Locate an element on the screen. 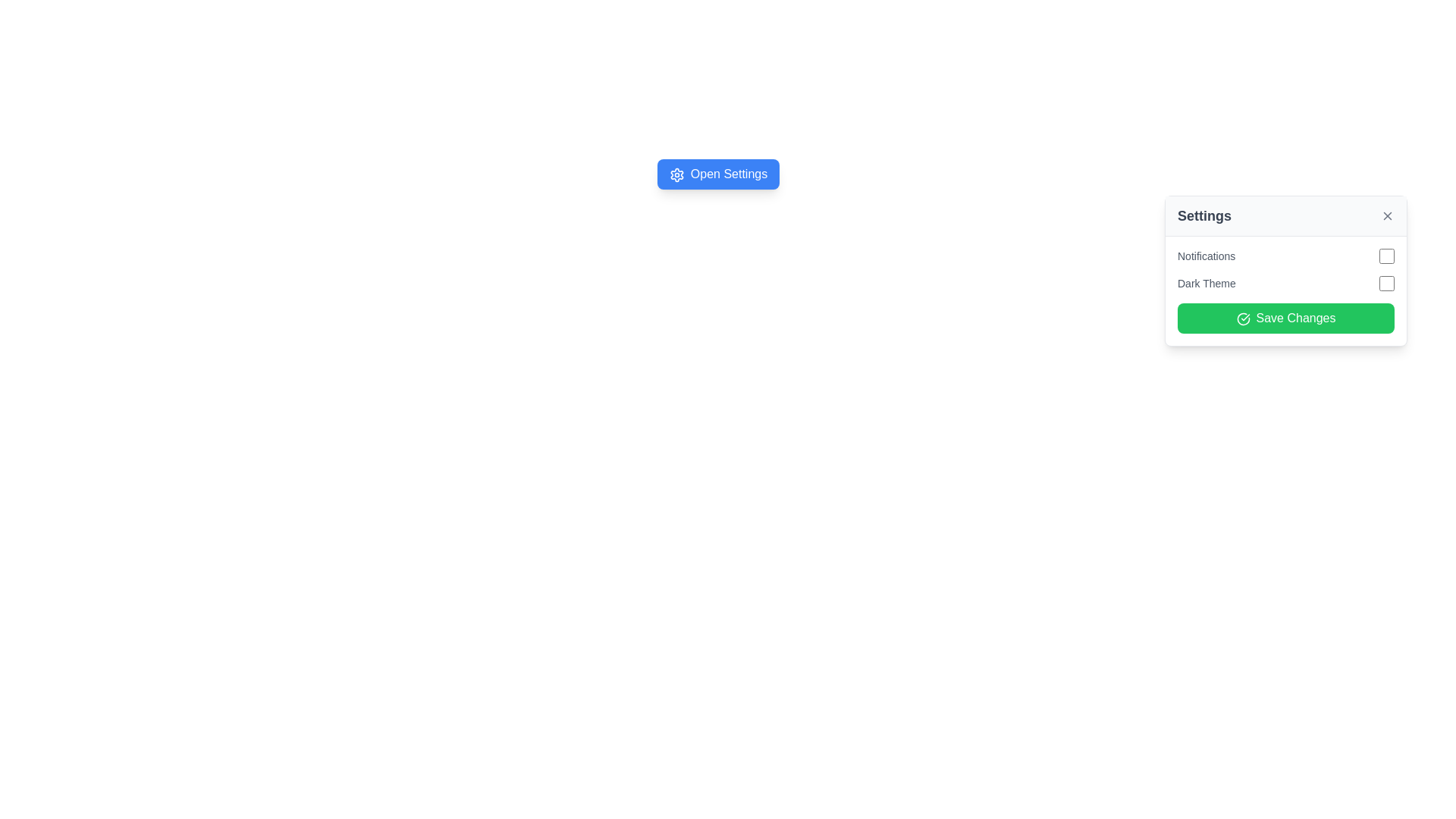 Image resolution: width=1456 pixels, height=819 pixels. the checkbox for the 'Dark Theme' option in the settings panel is located at coordinates (1386, 284).